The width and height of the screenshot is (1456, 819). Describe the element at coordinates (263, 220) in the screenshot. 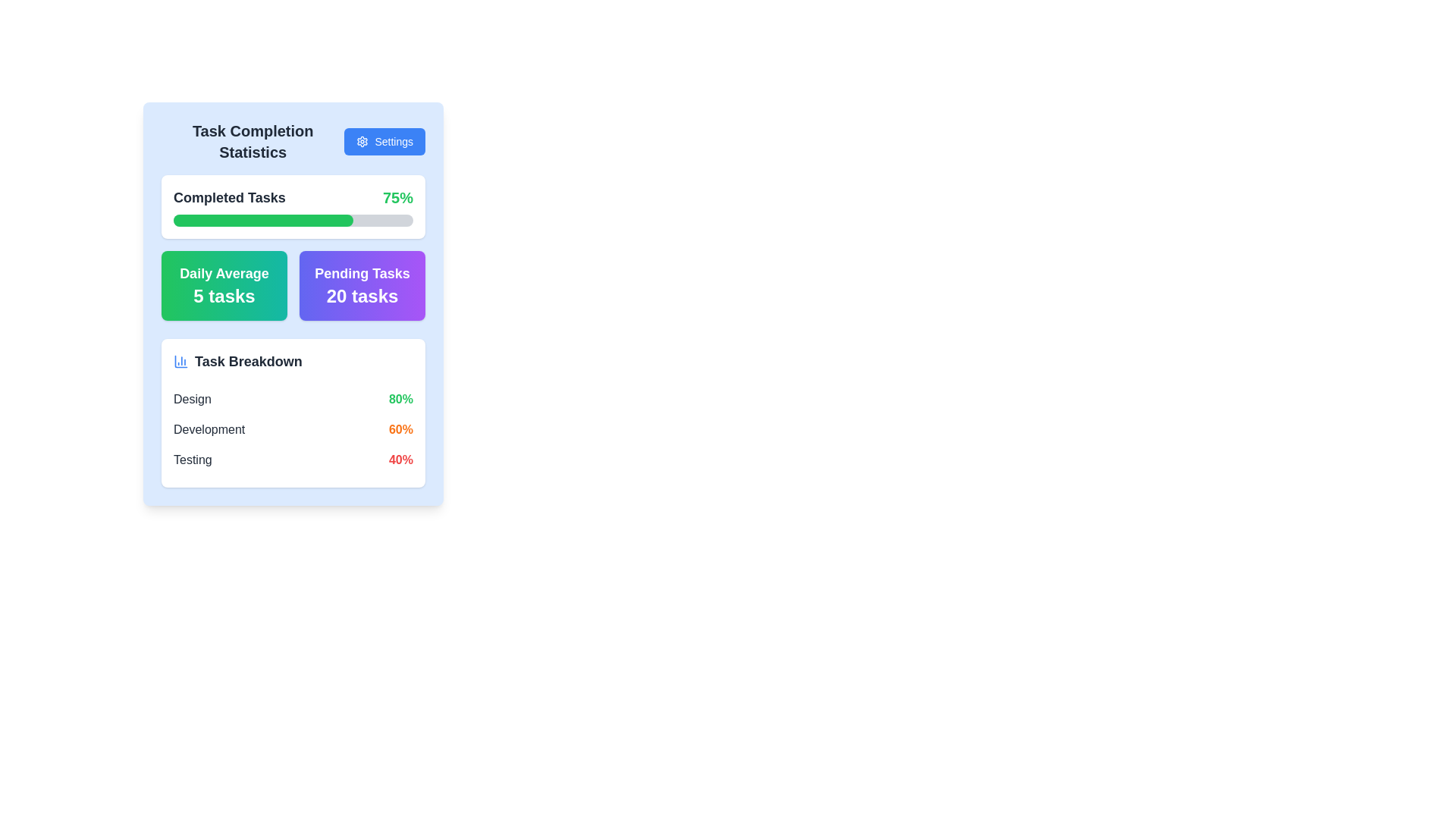

I see `completion status from the progress bar located in the middle of the 'Completed Tasks' UI component, below its label and numeric percentage` at that location.